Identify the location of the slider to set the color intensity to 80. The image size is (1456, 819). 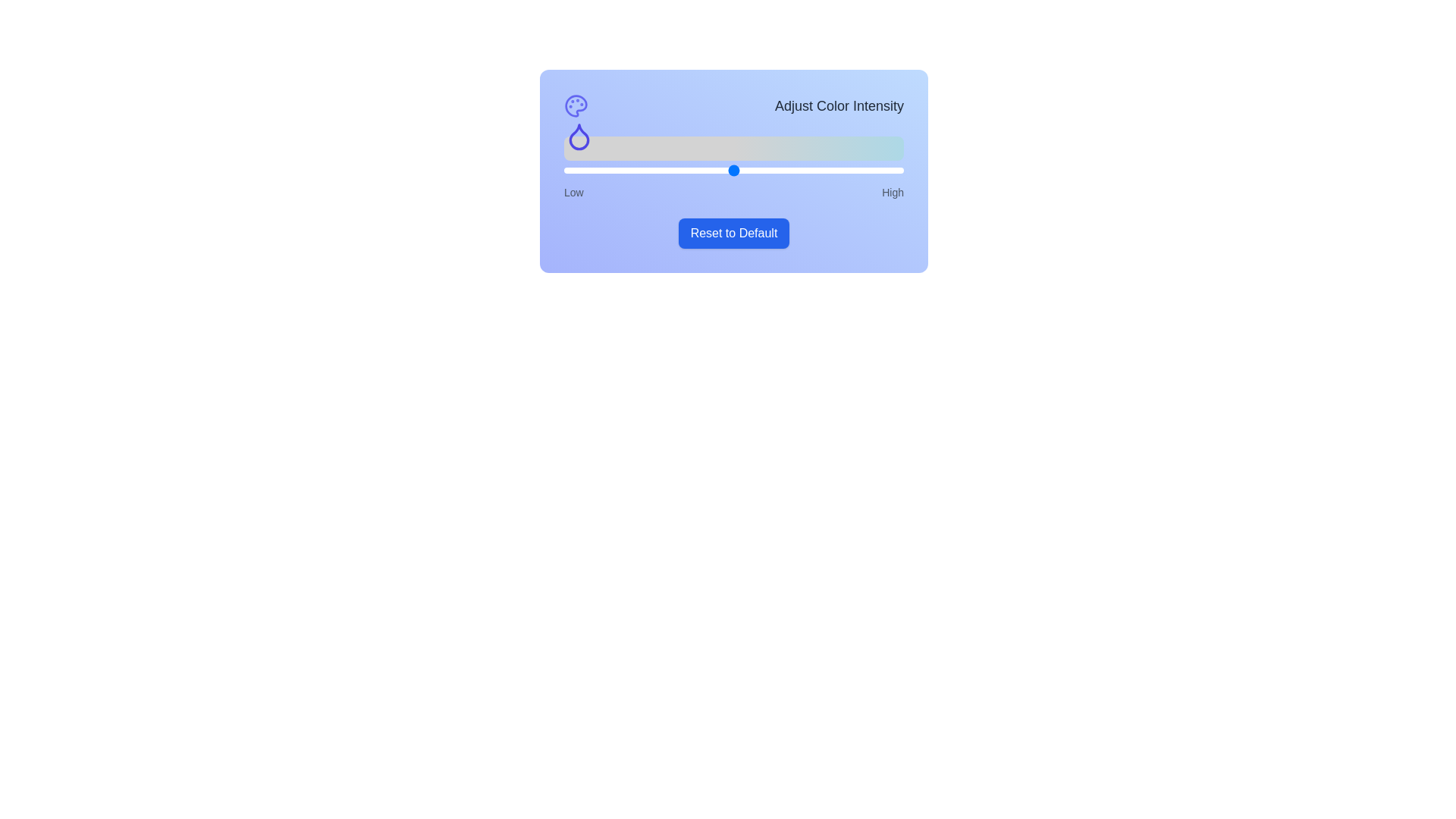
(835, 170).